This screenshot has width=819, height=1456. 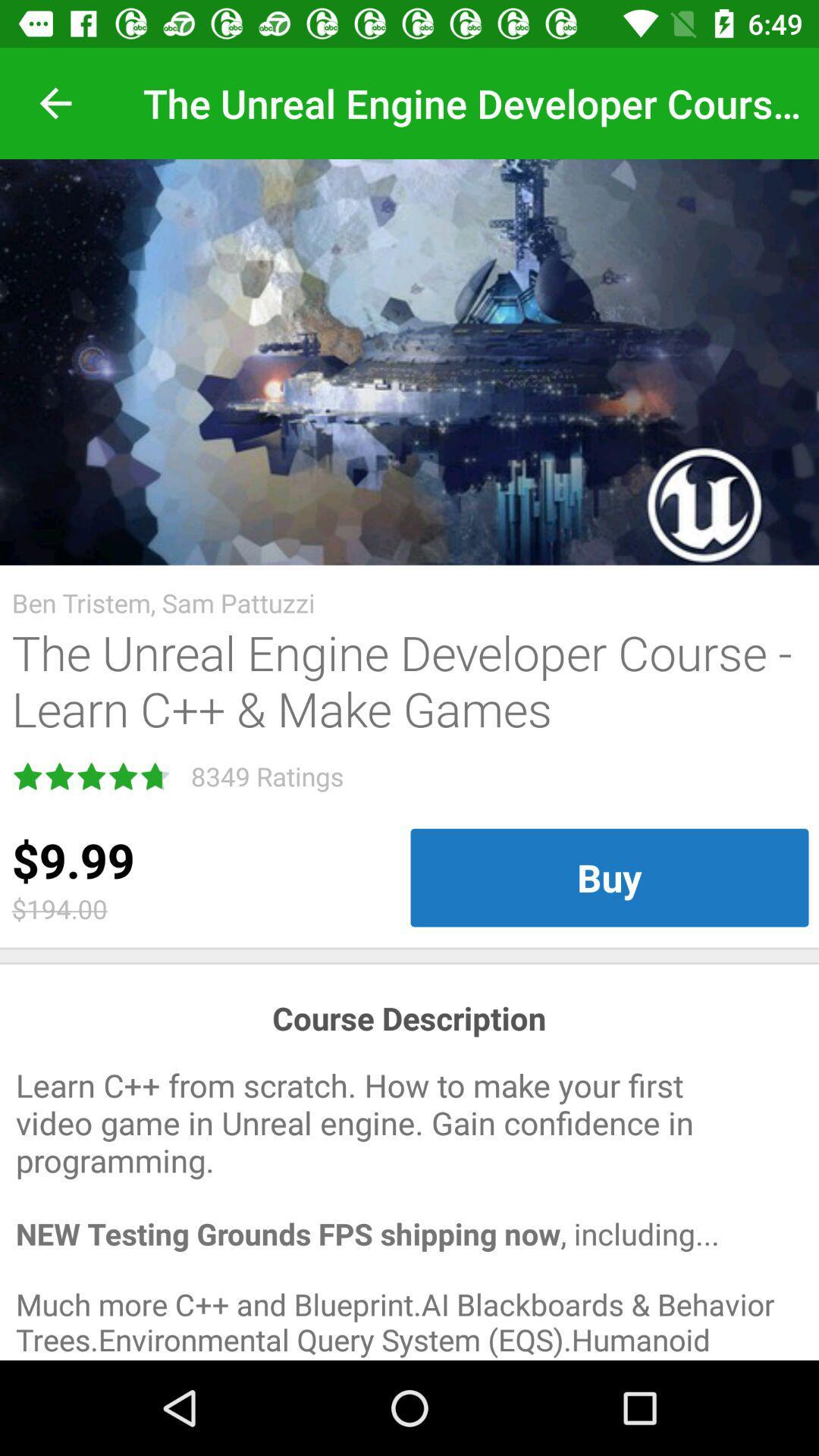 What do you see at coordinates (409, 361) in the screenshot?
I see `icon above ben tristem sam icon` at bounding box center [409, 361].